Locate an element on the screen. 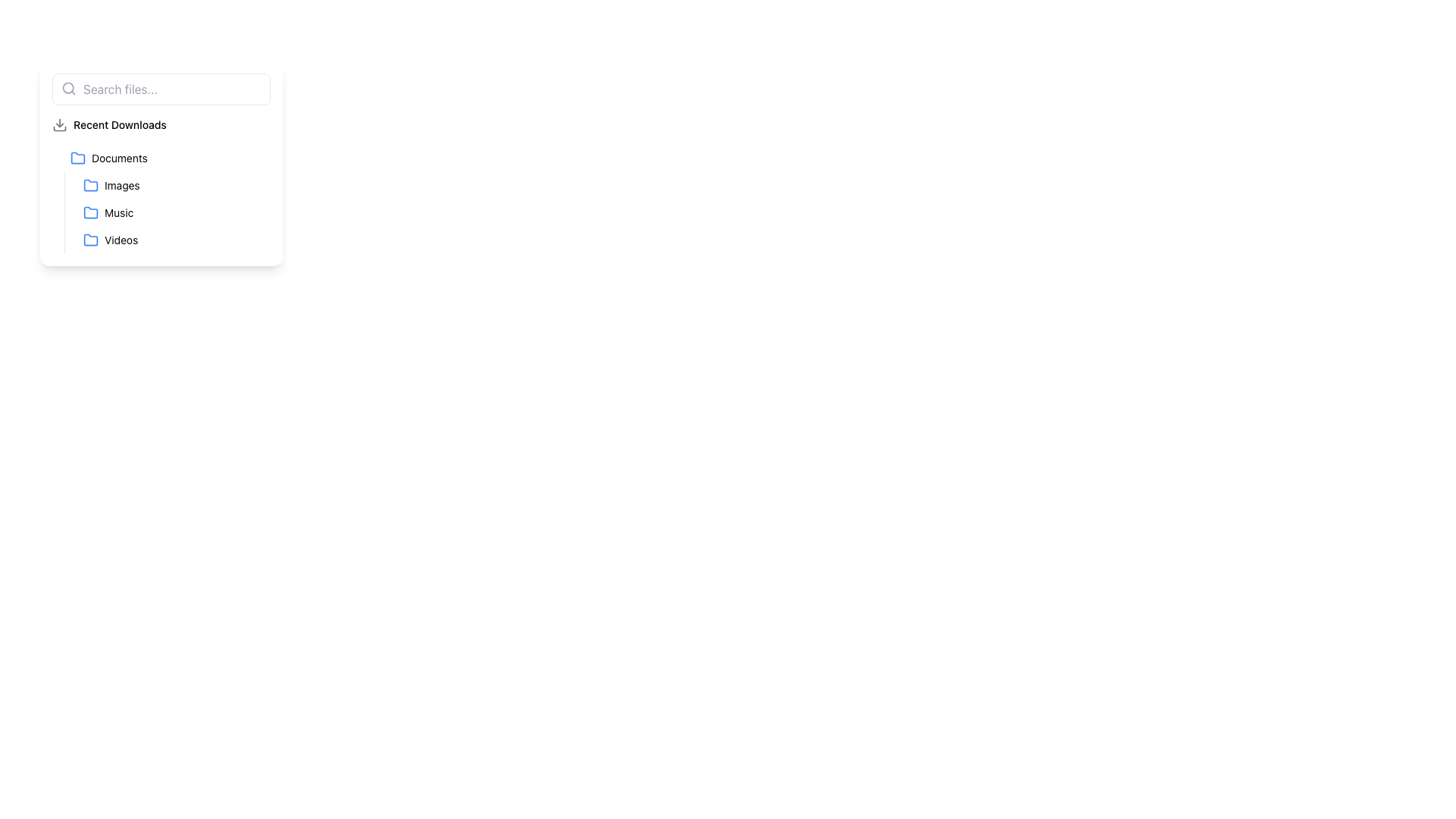 The width and height of the screenshot is (1456, 819). the visual style of the 'Recent Downloads' icon, which is the first element in the list, located to the left of the text 'Recent Downloads' is located at coordinates (59, 124).